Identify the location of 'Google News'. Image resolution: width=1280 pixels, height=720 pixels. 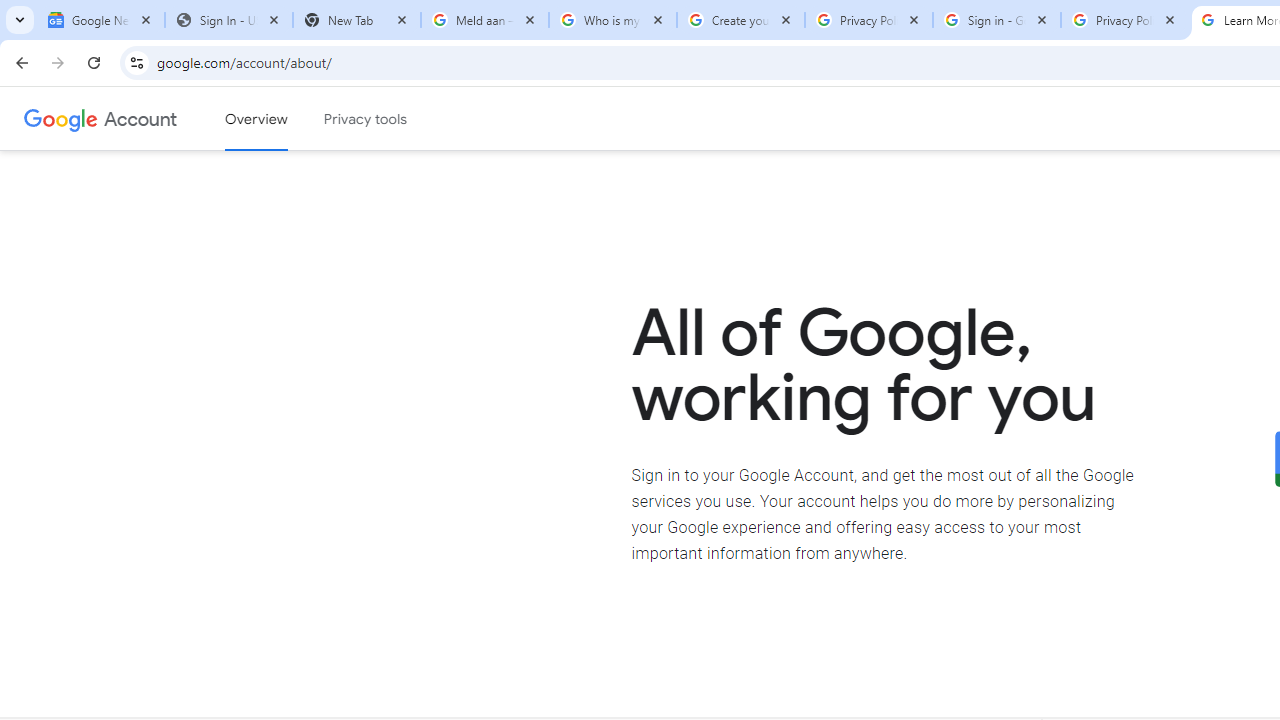
(100, 20).